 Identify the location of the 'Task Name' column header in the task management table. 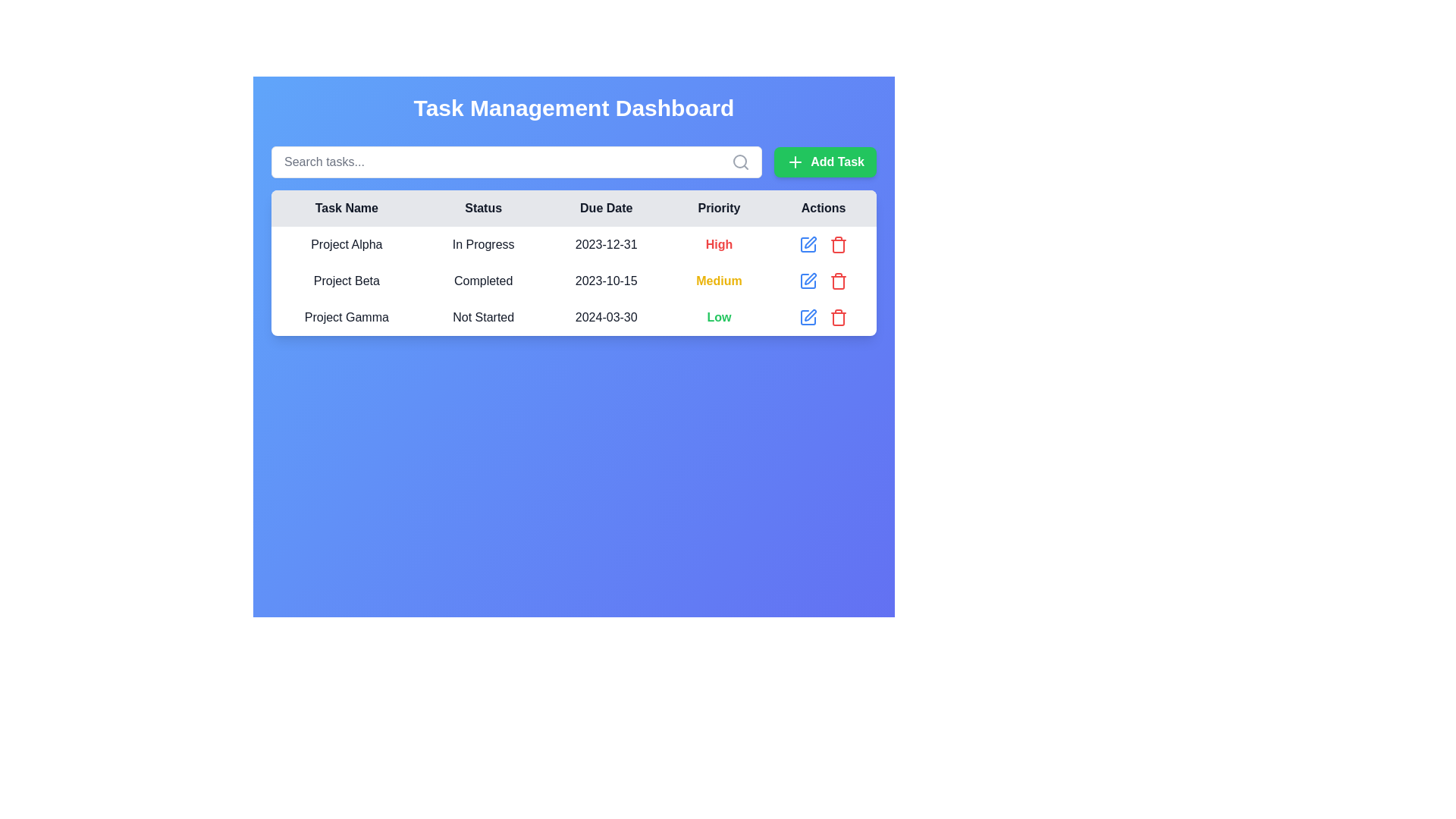
(346, 208).